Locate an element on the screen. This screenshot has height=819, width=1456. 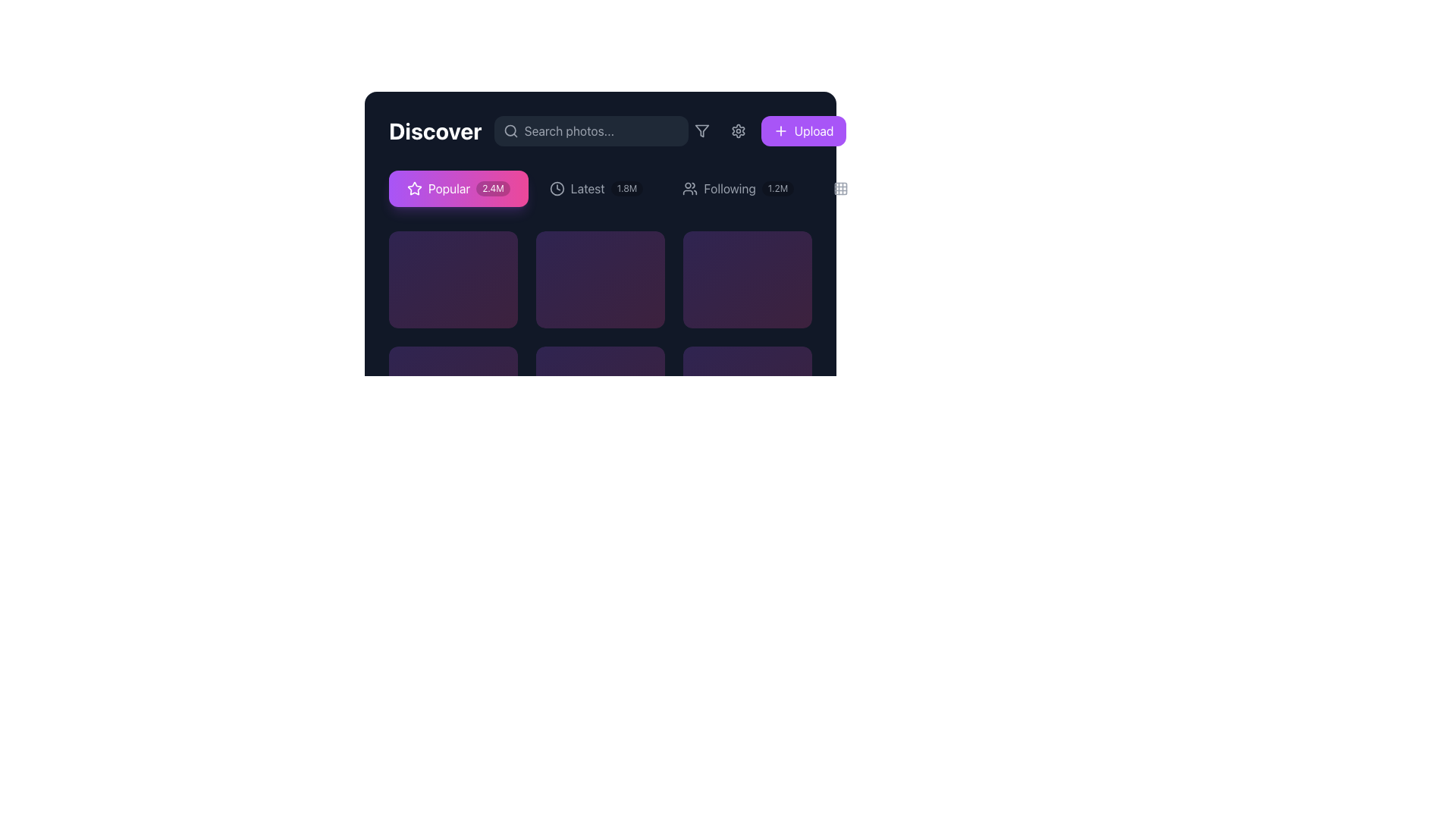
the filter button with an icon located in the top-right section of the interface, the first icon from the left in a row of icons and buttons is located at coordinates (701, 130).